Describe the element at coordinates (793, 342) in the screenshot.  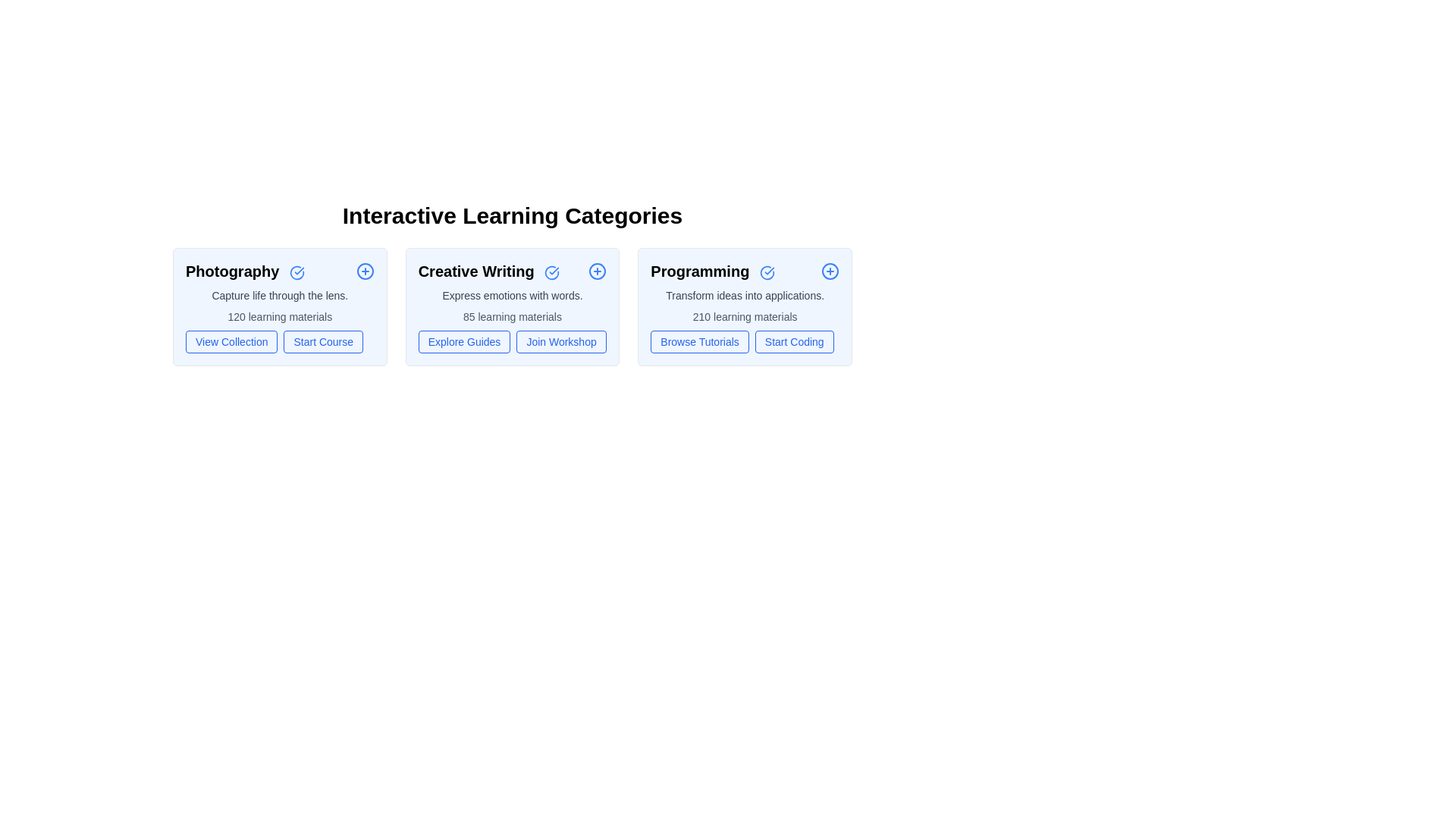
I see `the action button Start Coding for the category Programming` at that location.